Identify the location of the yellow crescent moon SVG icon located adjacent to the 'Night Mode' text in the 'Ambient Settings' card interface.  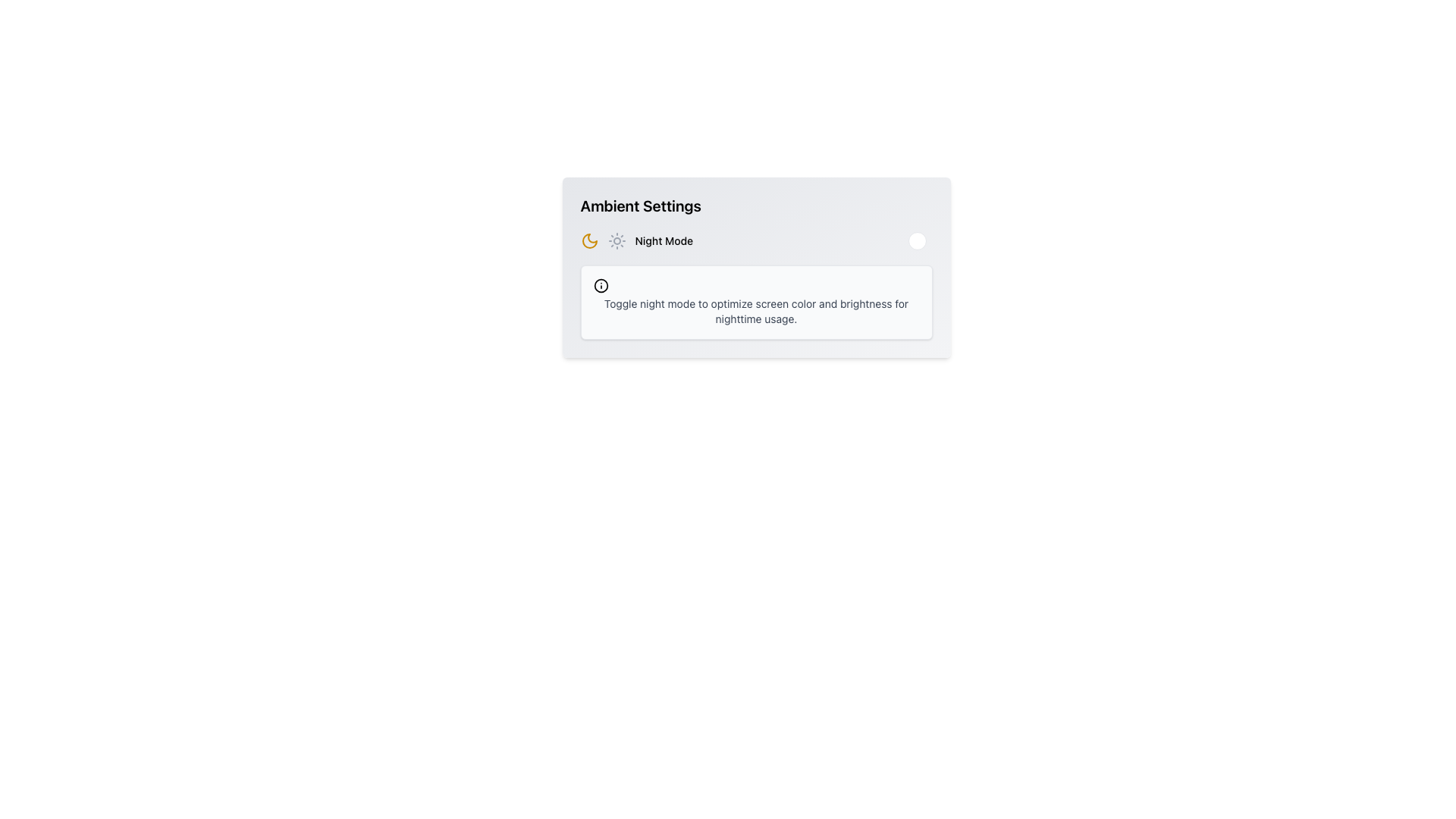
(588, 240).